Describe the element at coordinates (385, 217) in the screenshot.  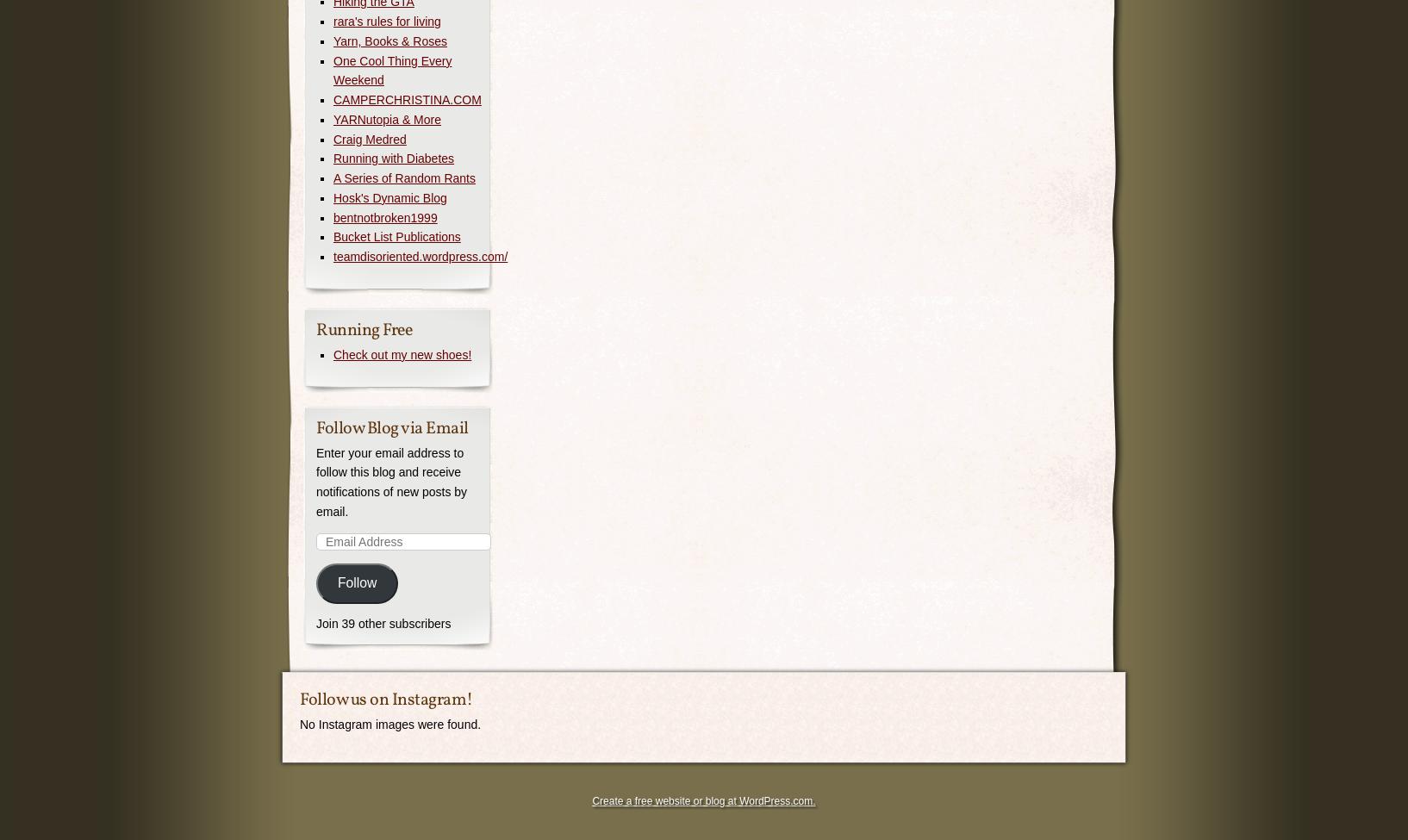
I see `'bentnotbroken1999'` at that location.